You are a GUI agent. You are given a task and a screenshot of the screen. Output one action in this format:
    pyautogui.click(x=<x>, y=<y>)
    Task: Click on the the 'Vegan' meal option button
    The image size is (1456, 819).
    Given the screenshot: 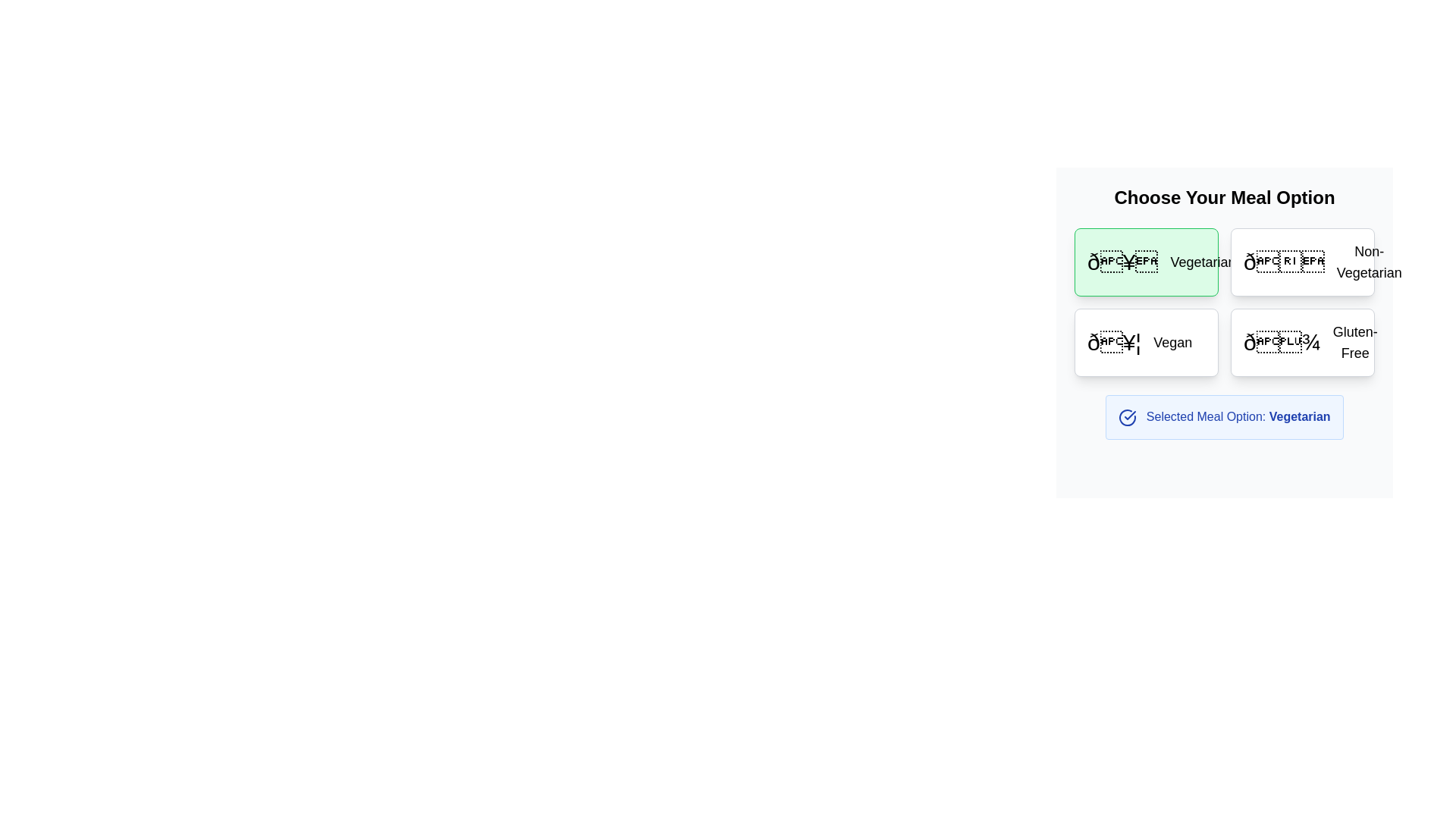 What is the action you would take?
    pyautogui.click(x=1147, y=342)
    